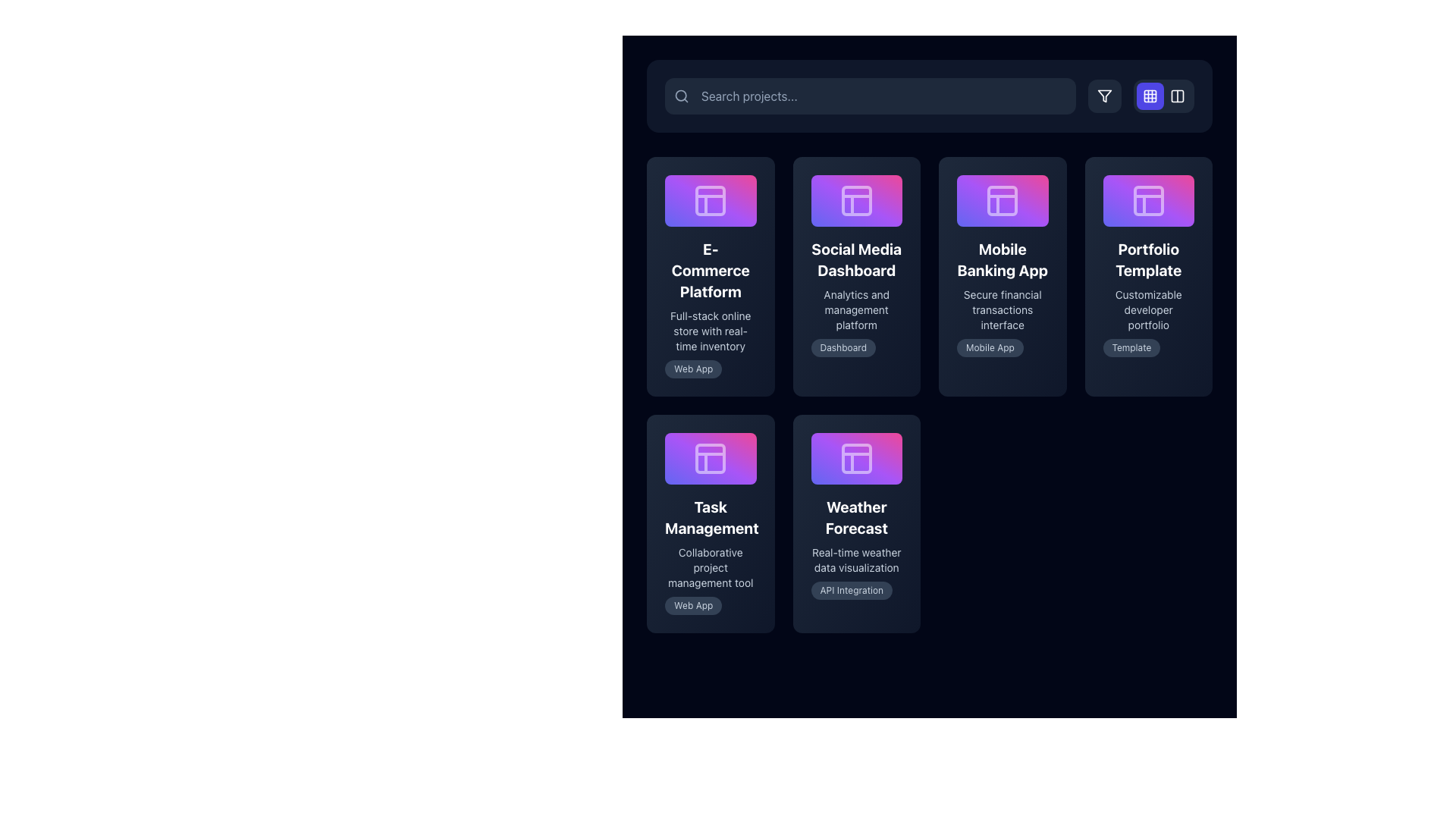 Image resolution: width=1456 pixels, height=819 pixels. What do you see at coordinates (1177, 96) in the screenshot?
I see `the third button in the top-right section of the interface that toggles between different view modes or layouts` at bounding box center [1177, 96].